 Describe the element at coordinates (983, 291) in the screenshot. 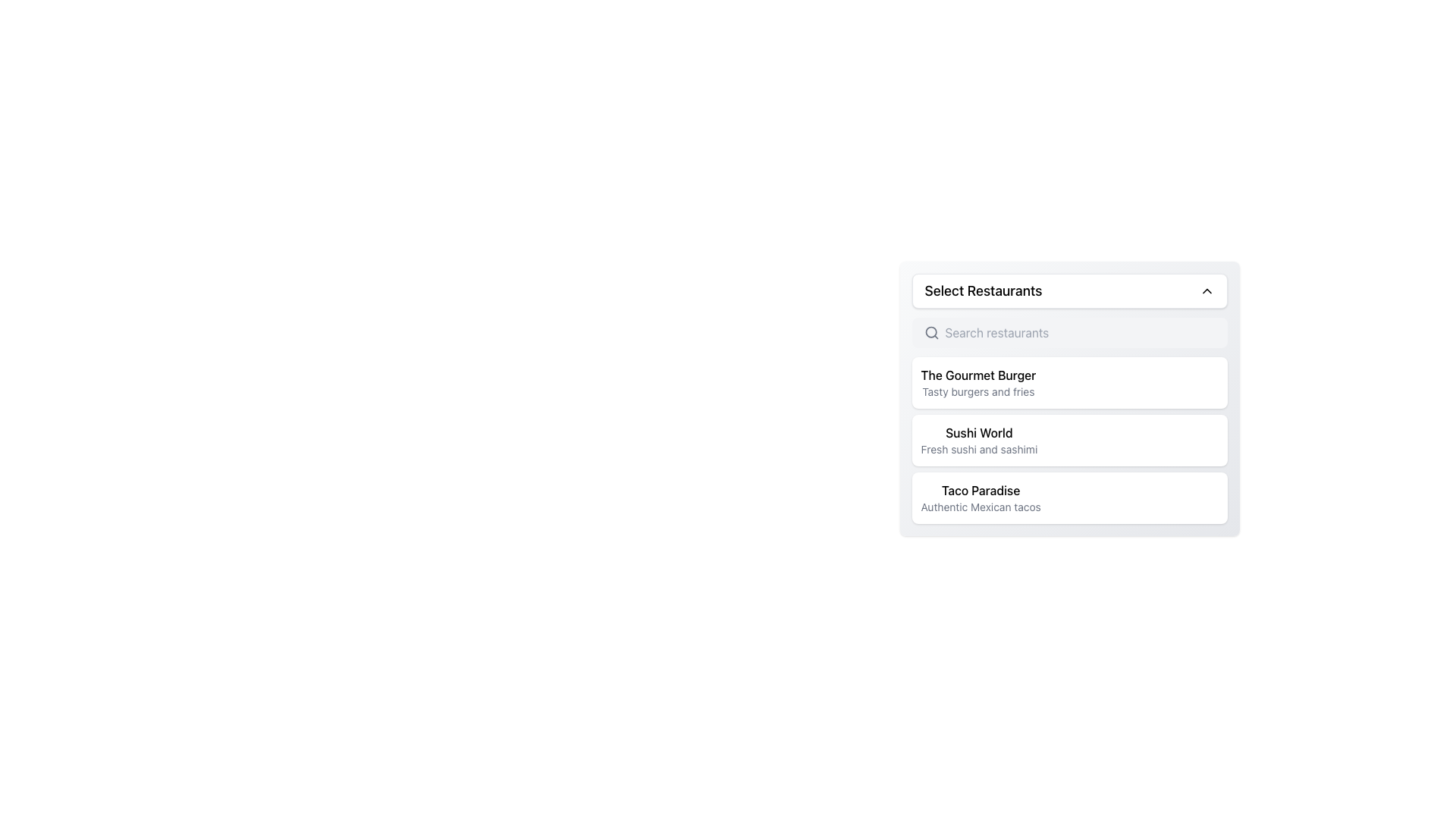

I see `the text label 'Select Restaurants' which is styled in bold and located at the top left section of a dropdown interface` at that location.